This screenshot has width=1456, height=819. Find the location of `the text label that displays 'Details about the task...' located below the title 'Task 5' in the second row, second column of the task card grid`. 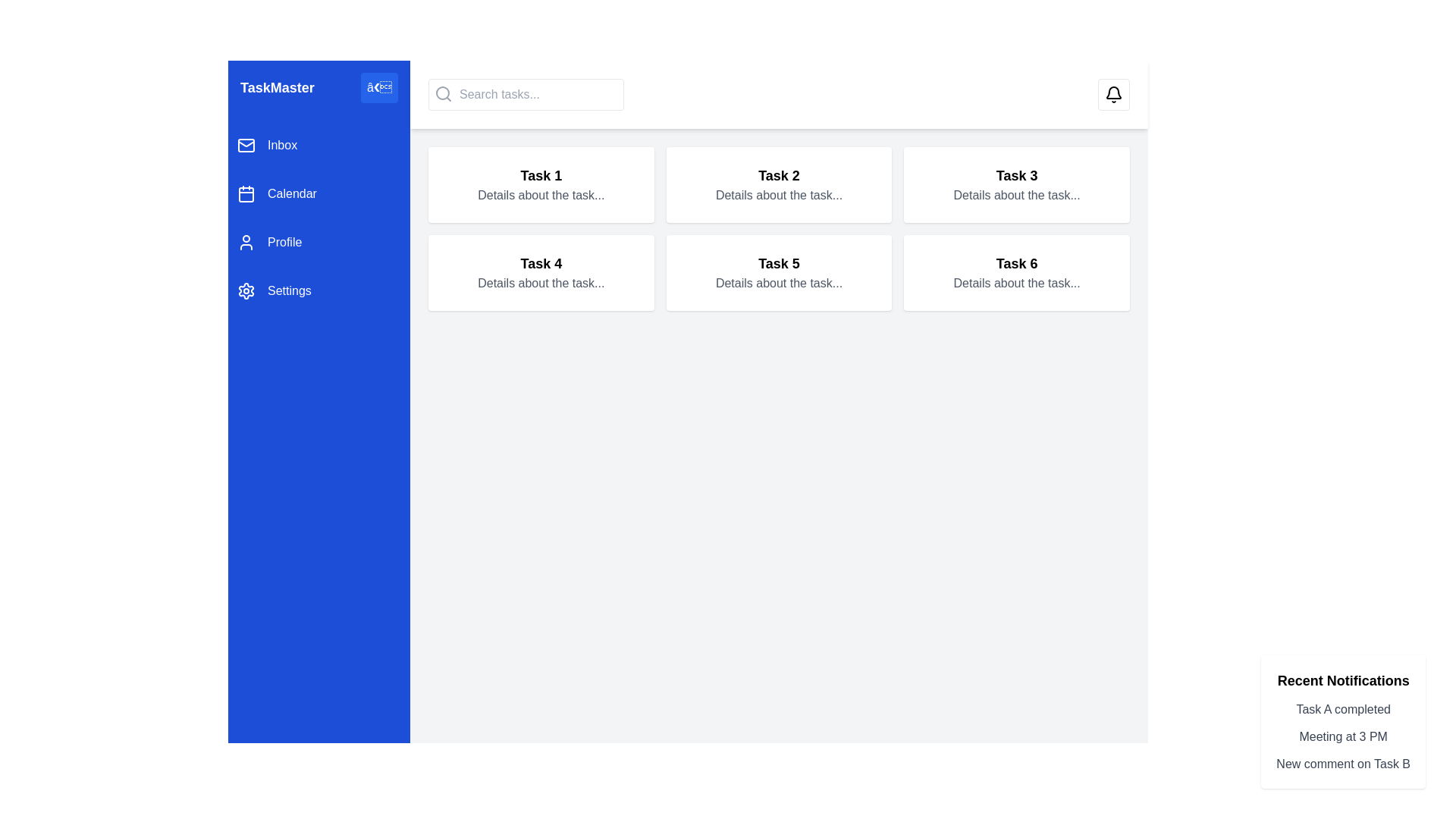

the text label that displays 'Details about the task...' located below the title 'Task 5' in the second row, second column of the task card grid is located at coordinates (779, 284).